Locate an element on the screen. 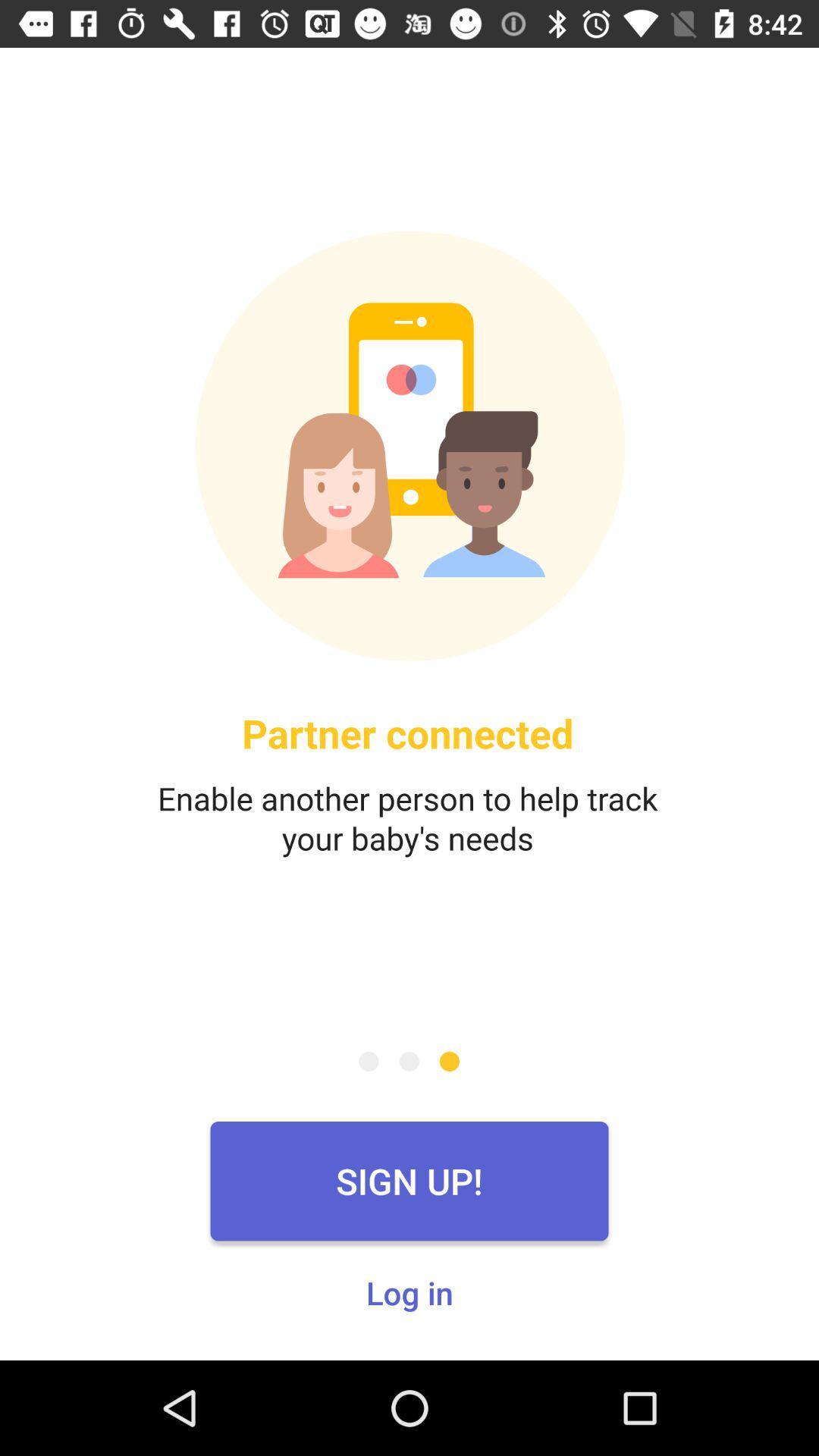 Image resolution: width=819 pixels, height=1456 pixels. the icon above log in is located at coordinates (409, 1180).